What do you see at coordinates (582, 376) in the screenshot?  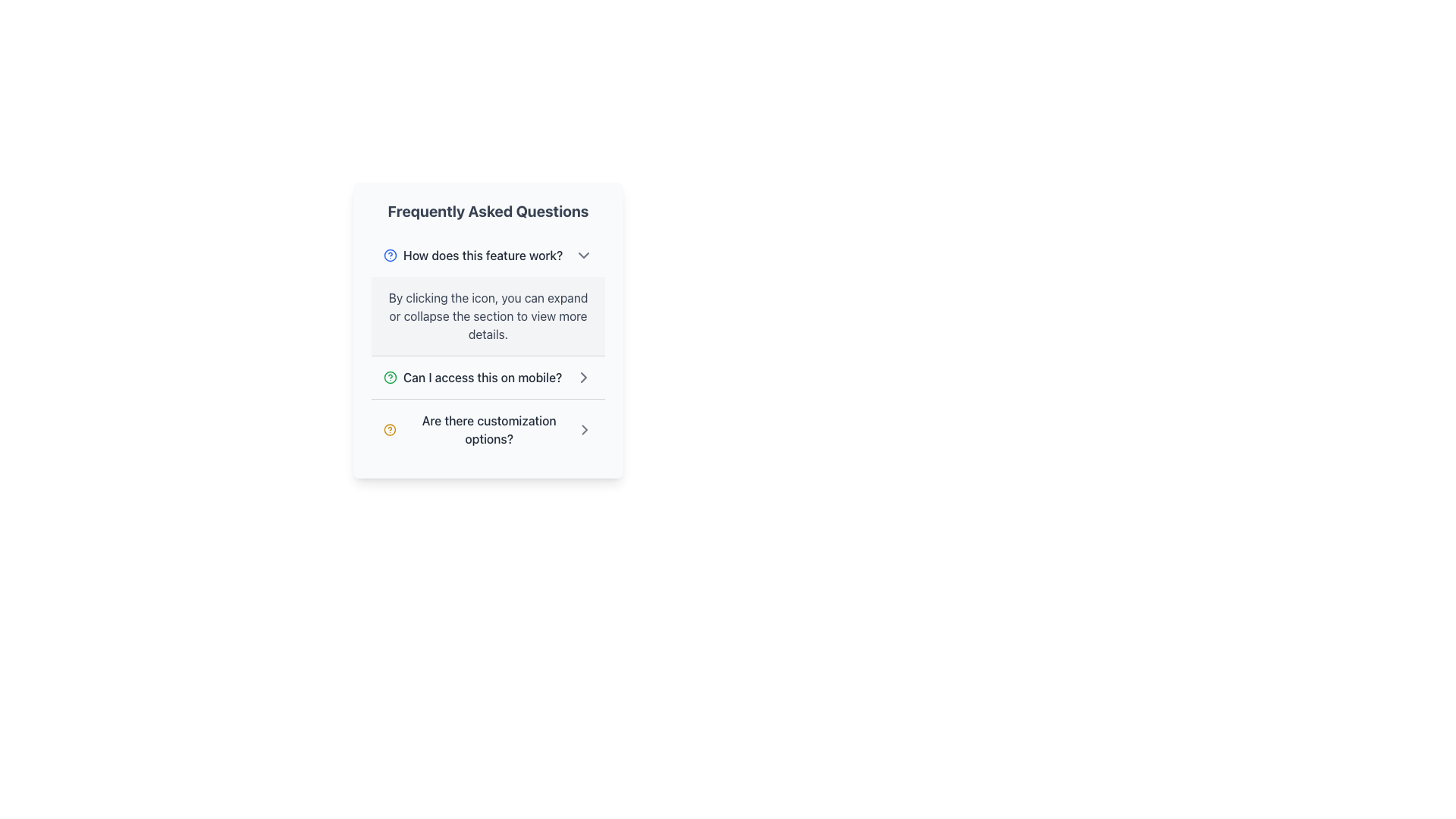 I see `the Chevron icon located to the right of the text 'Can I access this on mobile?' in the 'Frequently Asked Questions' section` at bounding box center [582, 376].